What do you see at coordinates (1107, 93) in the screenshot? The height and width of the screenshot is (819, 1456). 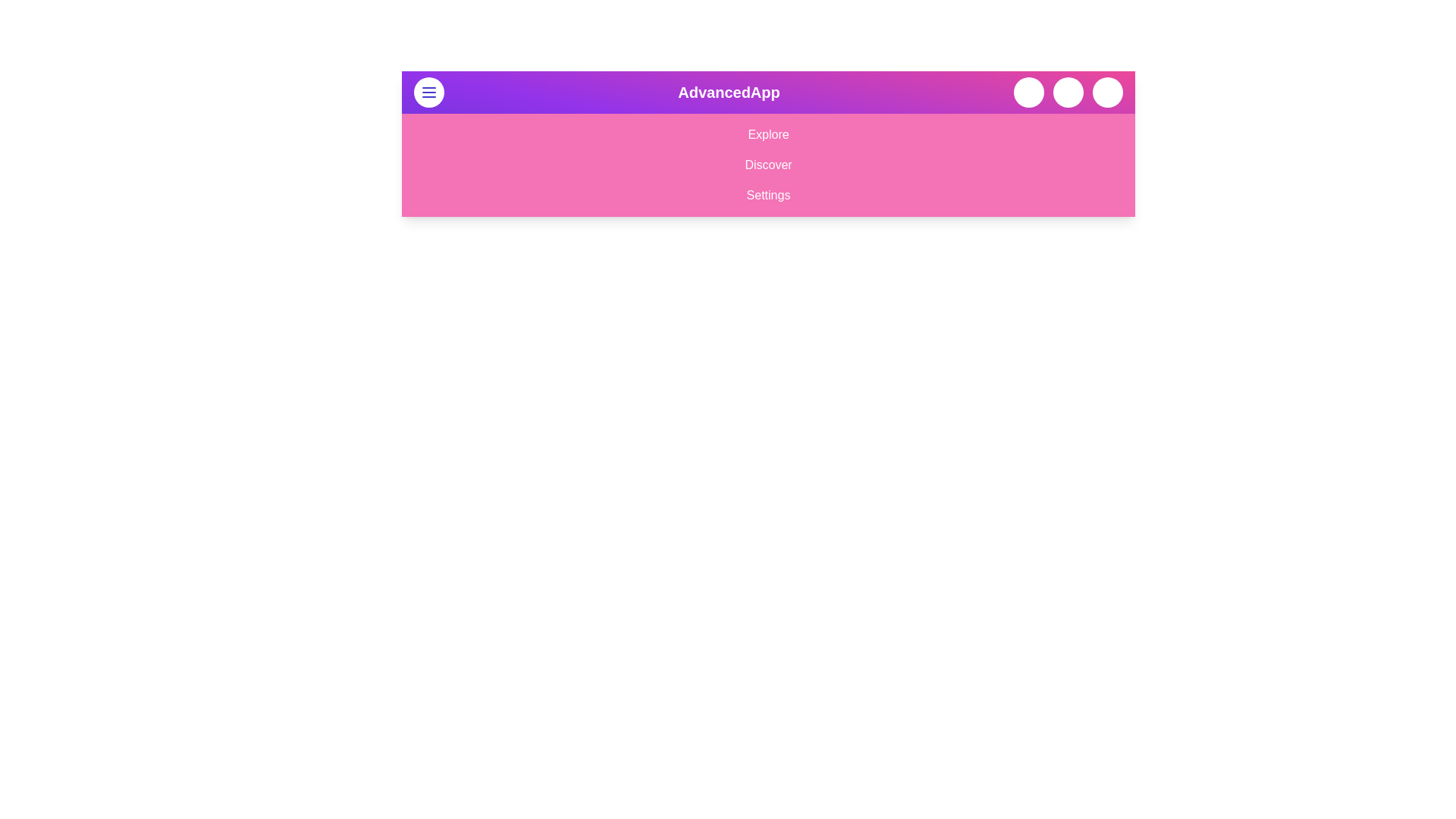 I see `the user icon to access user settings` at bounding box center [1107, 93].